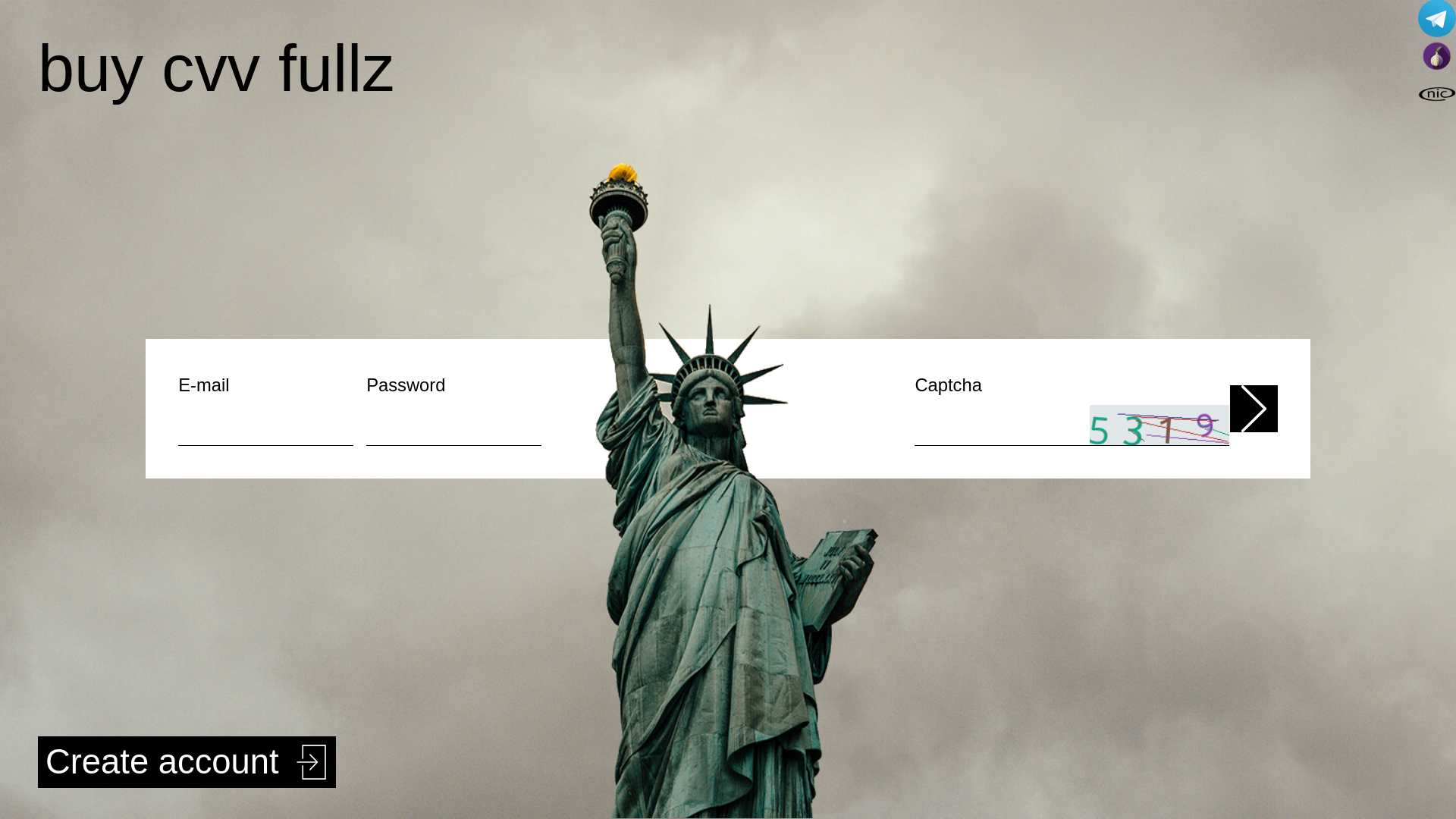 The height and width of the screenshot is (819, 1456). I want to click on 'Create account', so click(186, 762).